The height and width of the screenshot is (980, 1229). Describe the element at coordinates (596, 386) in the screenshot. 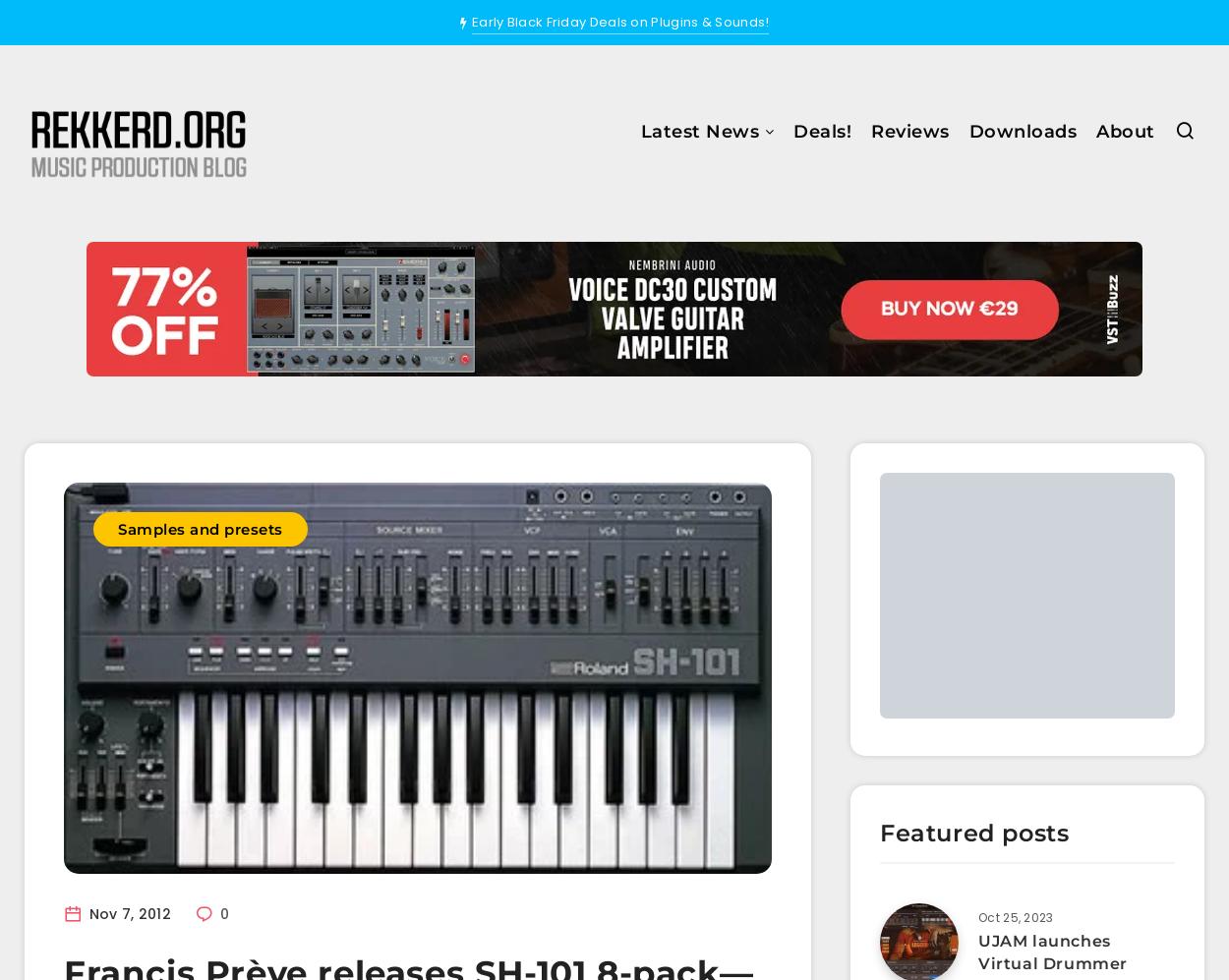

I see `'Other News'` at that location.